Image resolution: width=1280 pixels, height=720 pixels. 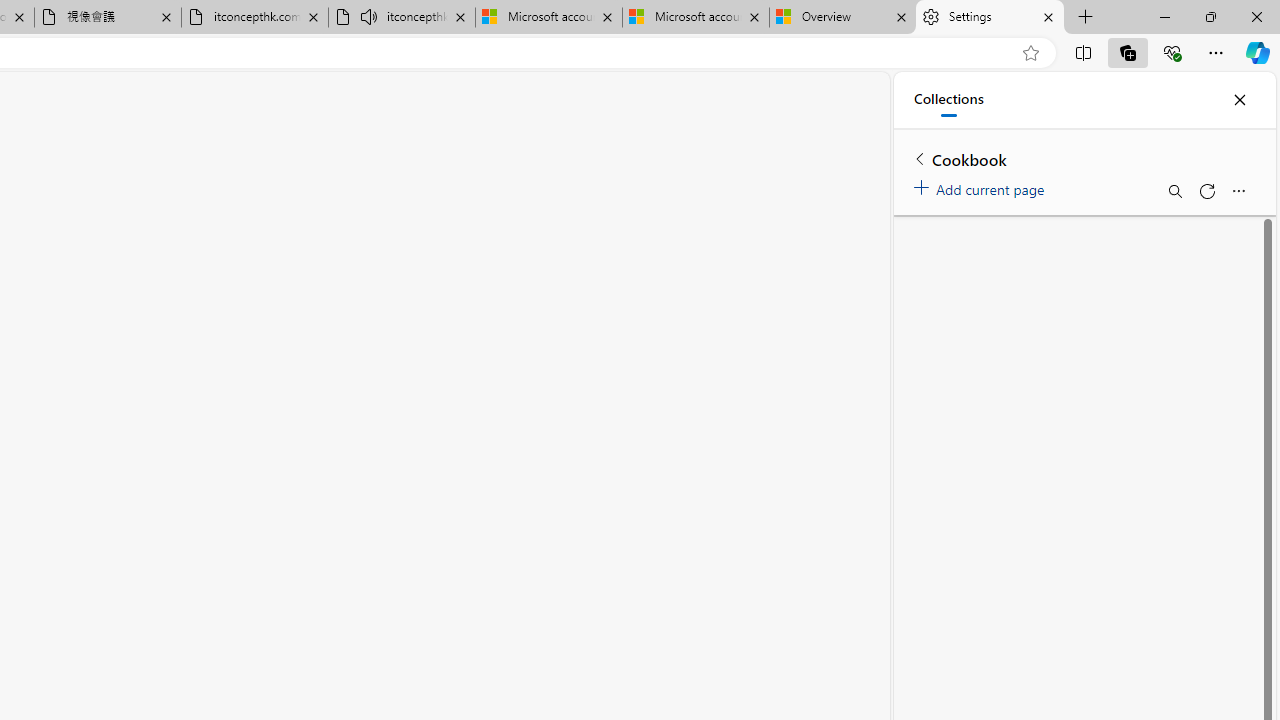 What do you see at coordinates (843, 17) in the screenshot?
I see `'Overview'` at bounding box center [843, 17].